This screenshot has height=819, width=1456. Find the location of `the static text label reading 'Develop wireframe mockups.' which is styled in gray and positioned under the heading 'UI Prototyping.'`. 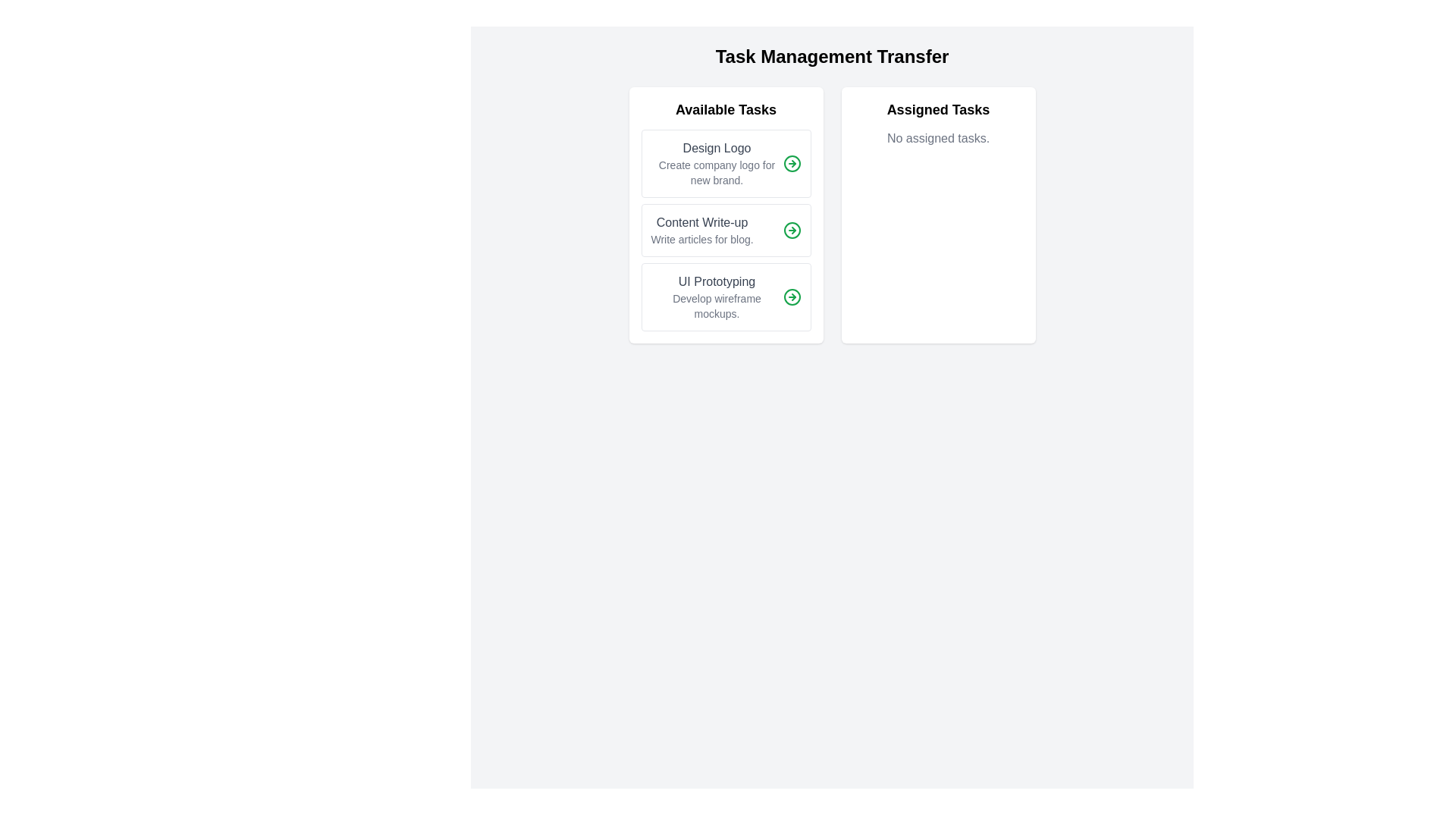

the static text label reading 'Develop wireframe mockups.' which is styled in gray and positioned under the heading 'UI Prototyping.' is located at coordinates (716, 306).